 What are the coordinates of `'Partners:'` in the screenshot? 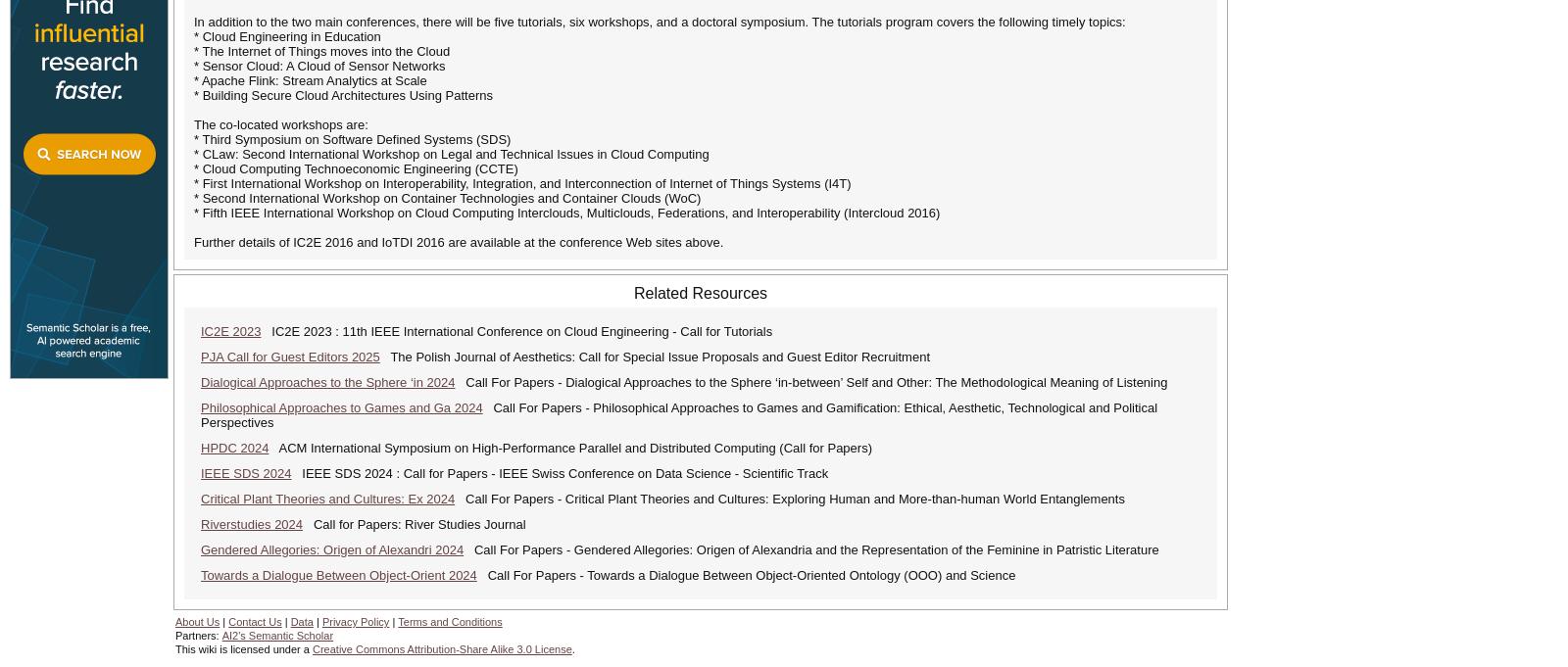 It's located at (198, 635).